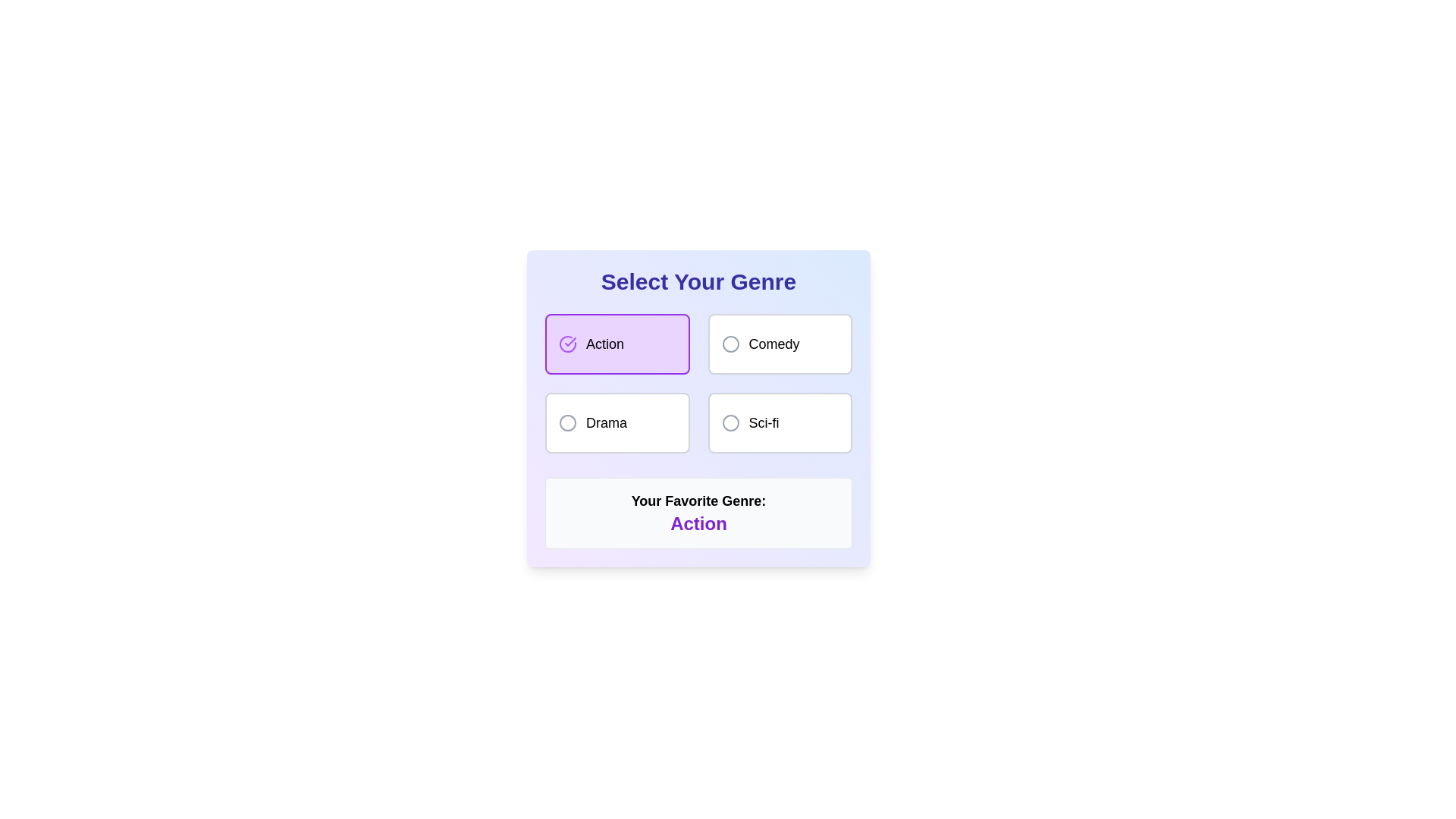 The height and width of the screenshot is (819, 1456). What do you see at coordinates (764, 423) in the screenshot?
I see `label for the 'Sci-fi' genre preference, which is located inside the bottom-right option of a 2x2 grid of genre buttons, accompanied by an unselected radio button` at bounding box center [764, 423].